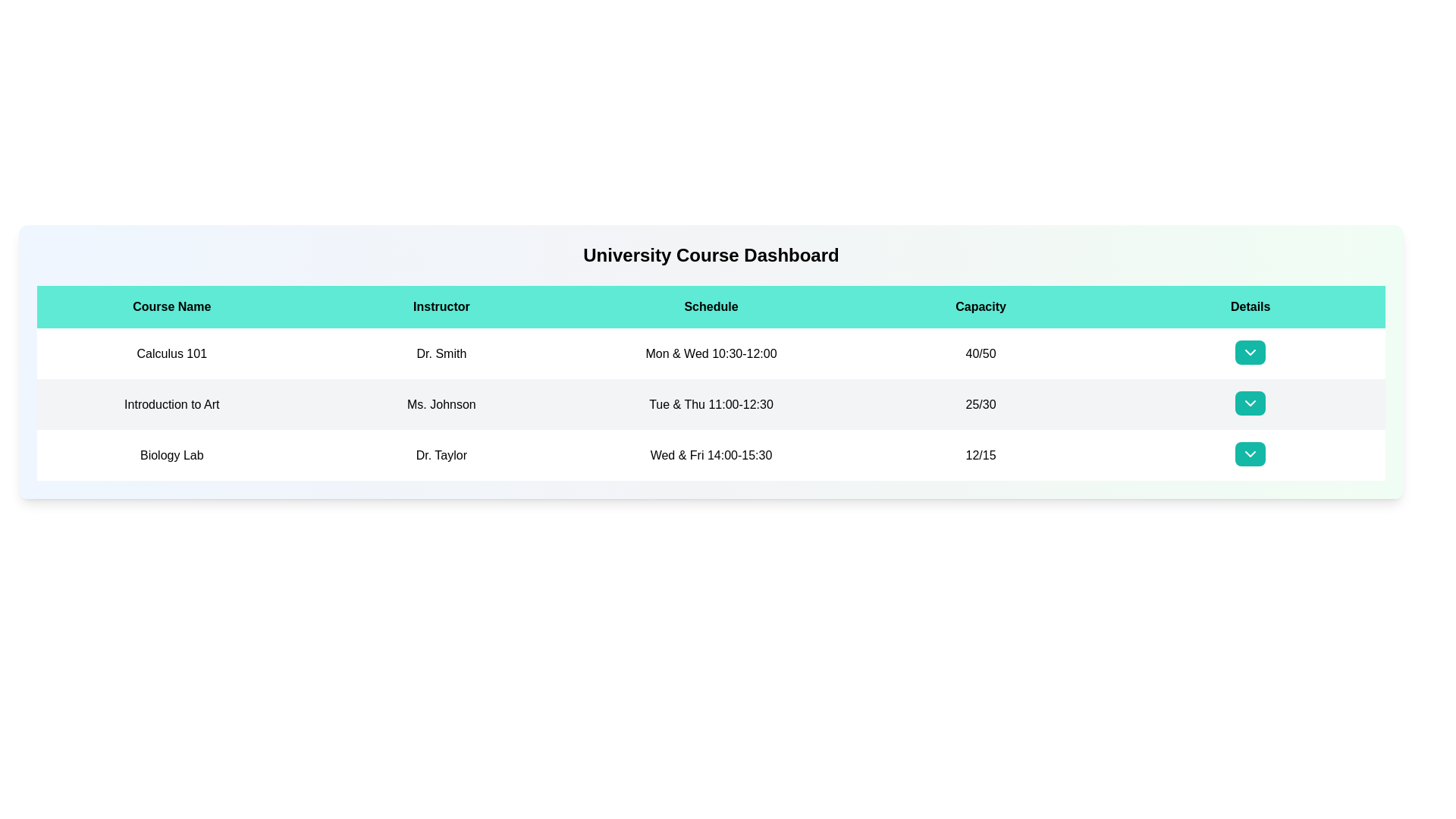 This screenshot has width=1456, height=819. I want to click on the first row of the course listing table that summarizes details about a specific course, located directly above the 'Introduction to Art' row, so click(710, 353).